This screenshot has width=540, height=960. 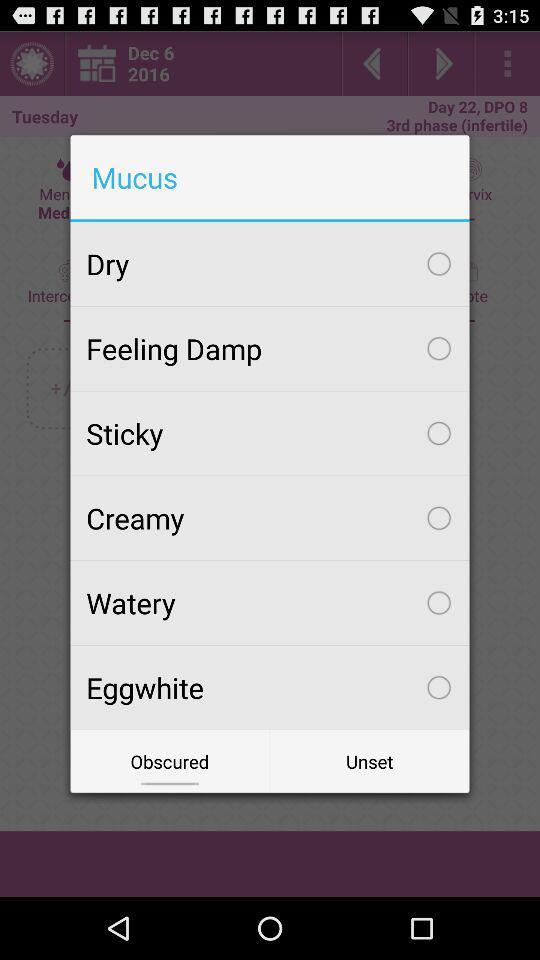 What do you see at coordinates (368, 760) in the screenshot?
I see `icon below the eggwhite checkbox` at bounding box center [368, 760].